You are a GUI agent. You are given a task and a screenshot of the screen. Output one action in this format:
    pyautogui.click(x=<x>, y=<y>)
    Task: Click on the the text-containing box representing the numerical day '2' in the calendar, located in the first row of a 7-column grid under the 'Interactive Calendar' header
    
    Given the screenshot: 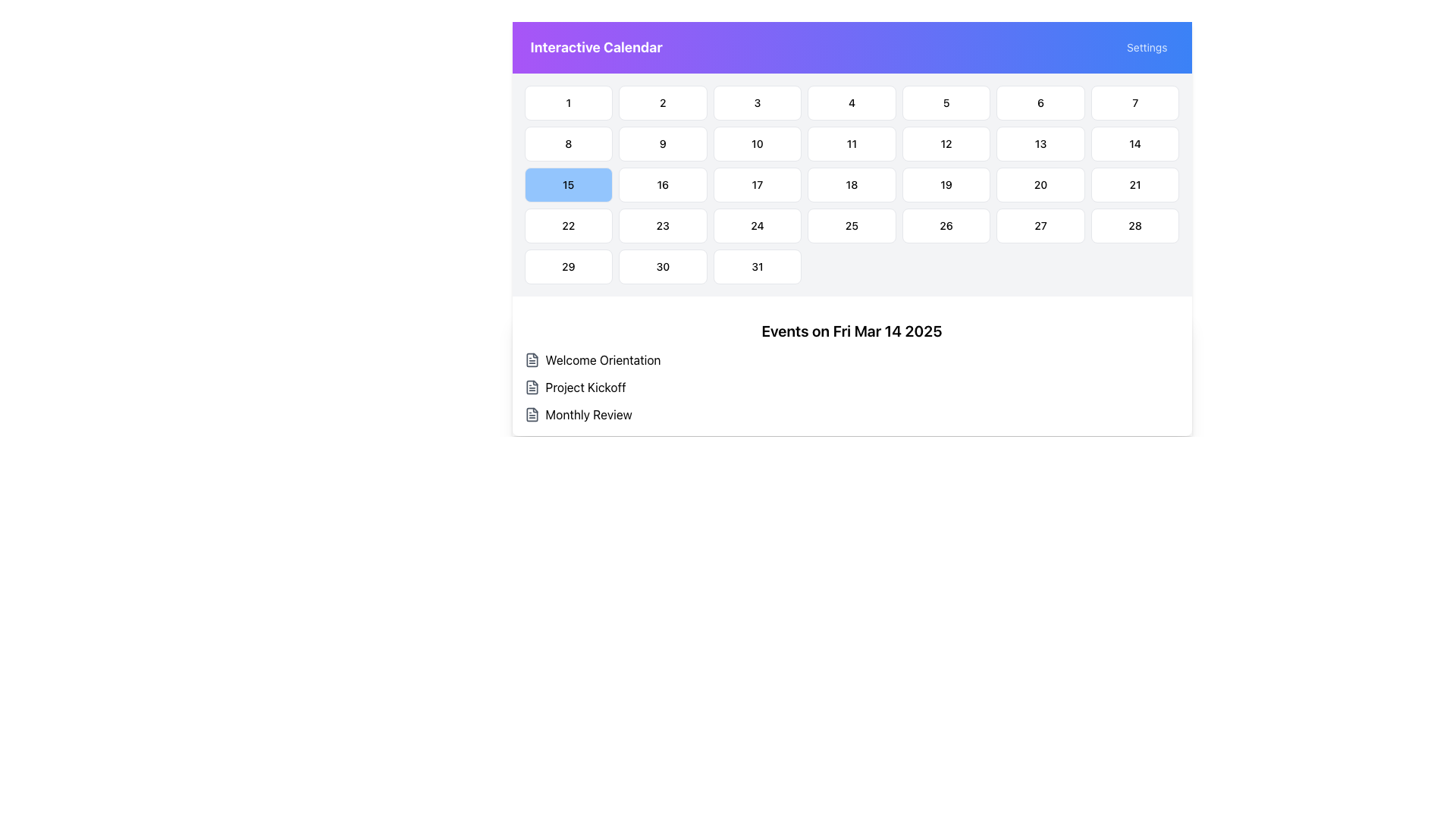 What is the action you would take?
    pyautogui.click(x=663, y=102)
    